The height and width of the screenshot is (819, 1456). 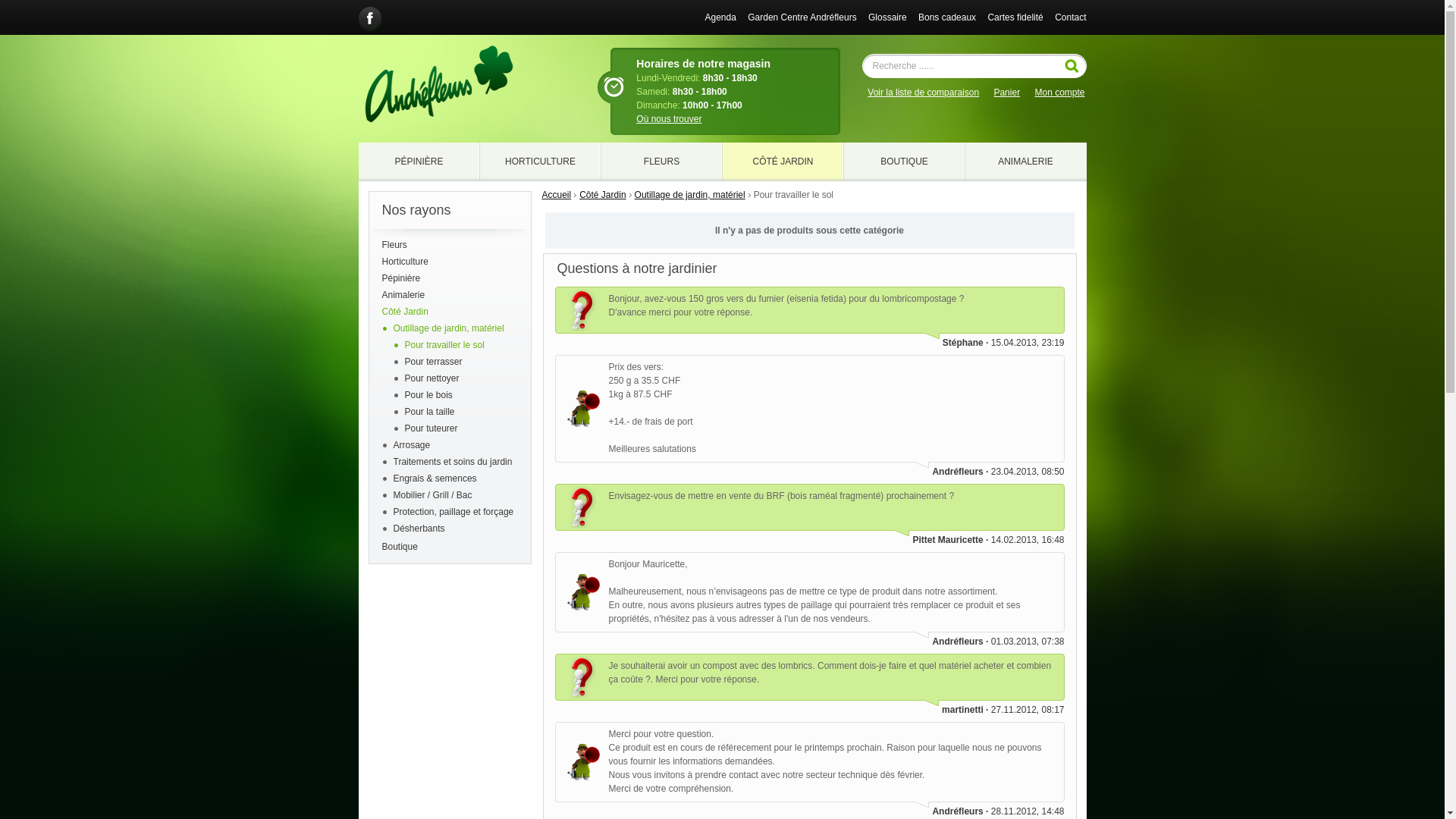 What do you see at coordinates (917, 17) in the screenshot?
I see `'Bons cadeaux'` at bounding box center [917, 17].